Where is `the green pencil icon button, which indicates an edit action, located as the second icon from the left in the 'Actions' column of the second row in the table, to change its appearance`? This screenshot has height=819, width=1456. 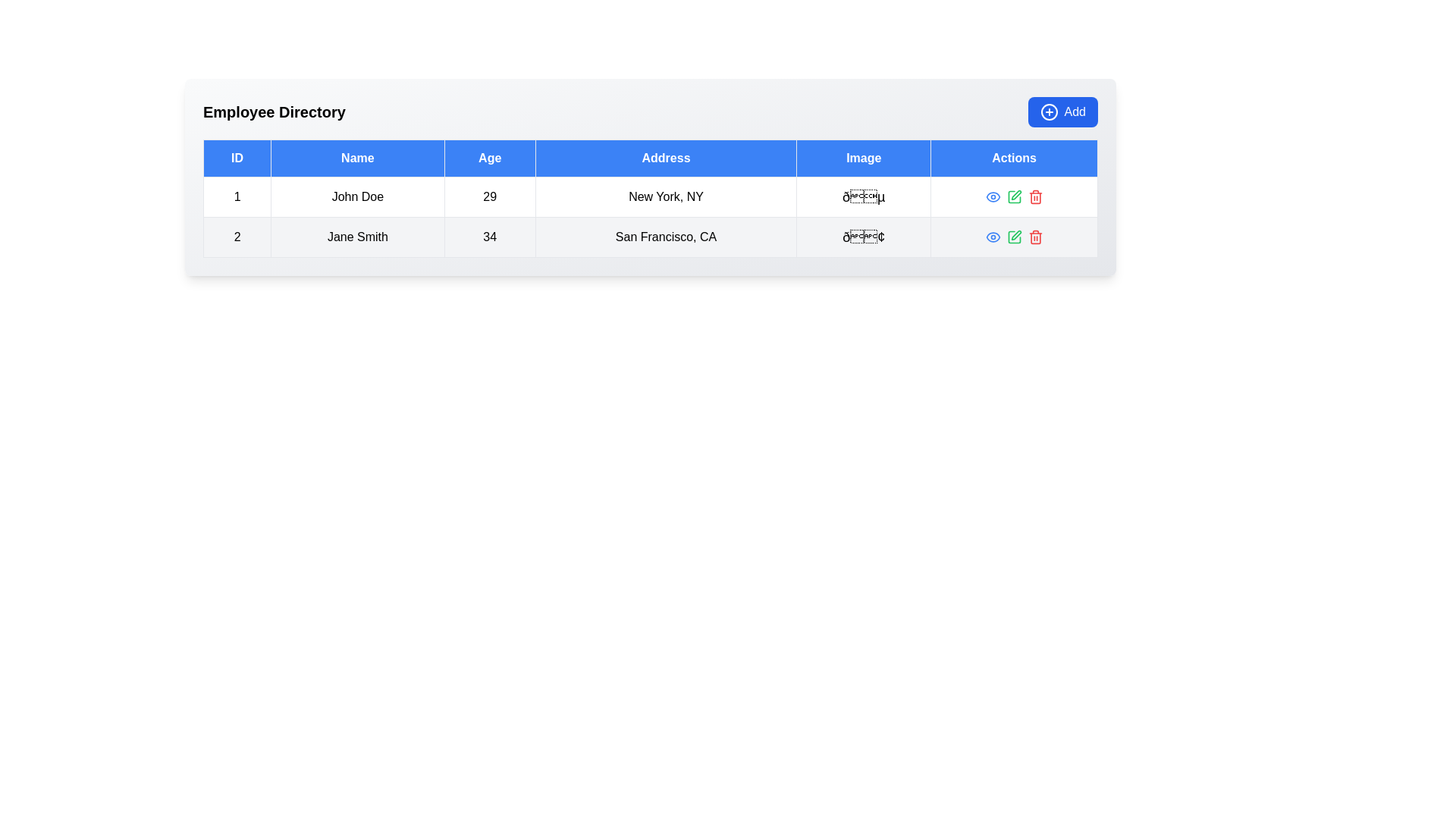
the green pencil icon button, which indicates an edit action, located as the second icon from the left in the 'Actions' column of the second row in the table, to change its appearance is located at coordinates (1014, 237).